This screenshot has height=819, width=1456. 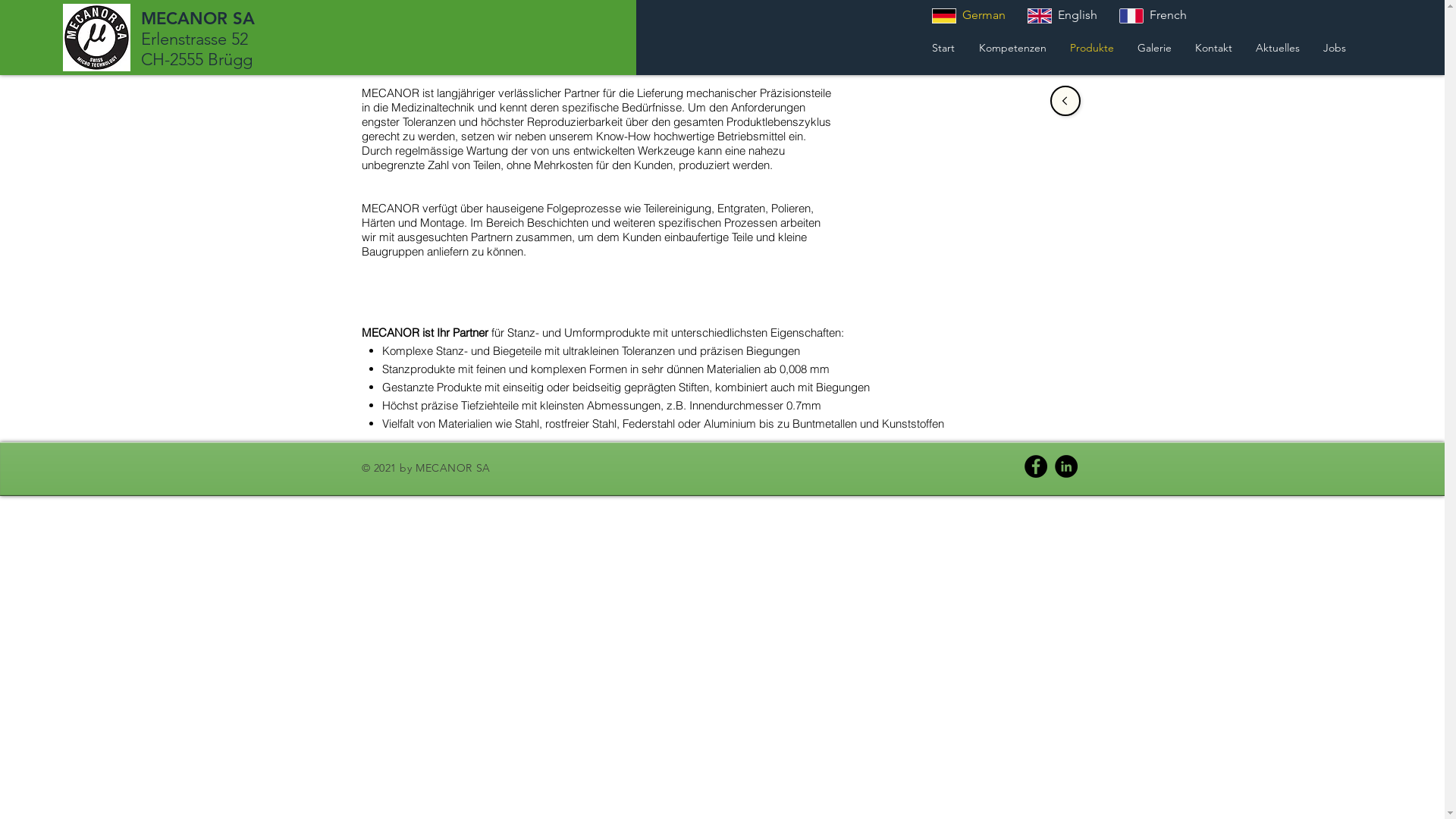 I want to click on 'Galerie', so click(x=1153, y=46).